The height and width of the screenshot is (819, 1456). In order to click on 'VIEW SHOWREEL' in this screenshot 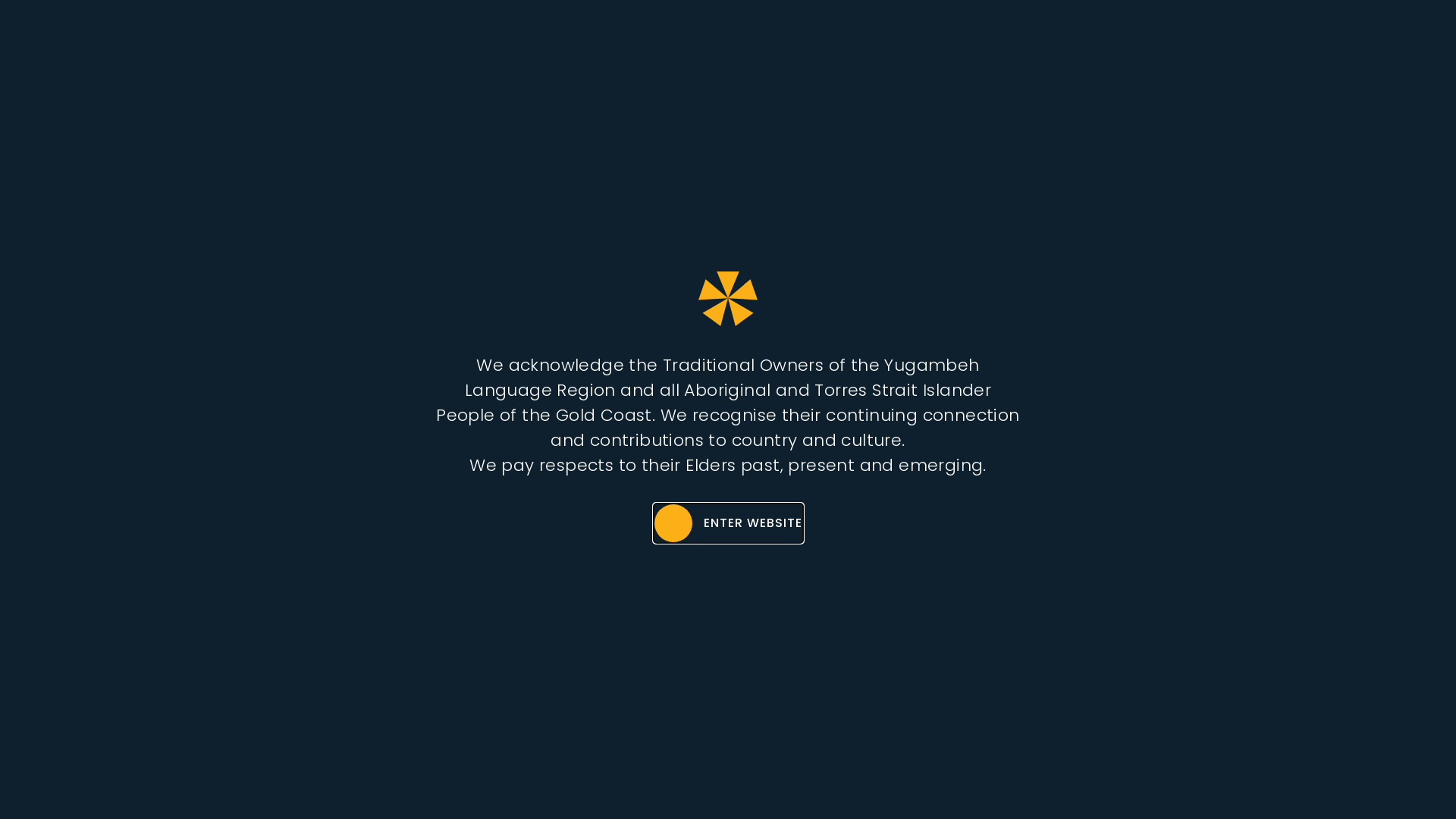, I will do `click(635, 451)`.